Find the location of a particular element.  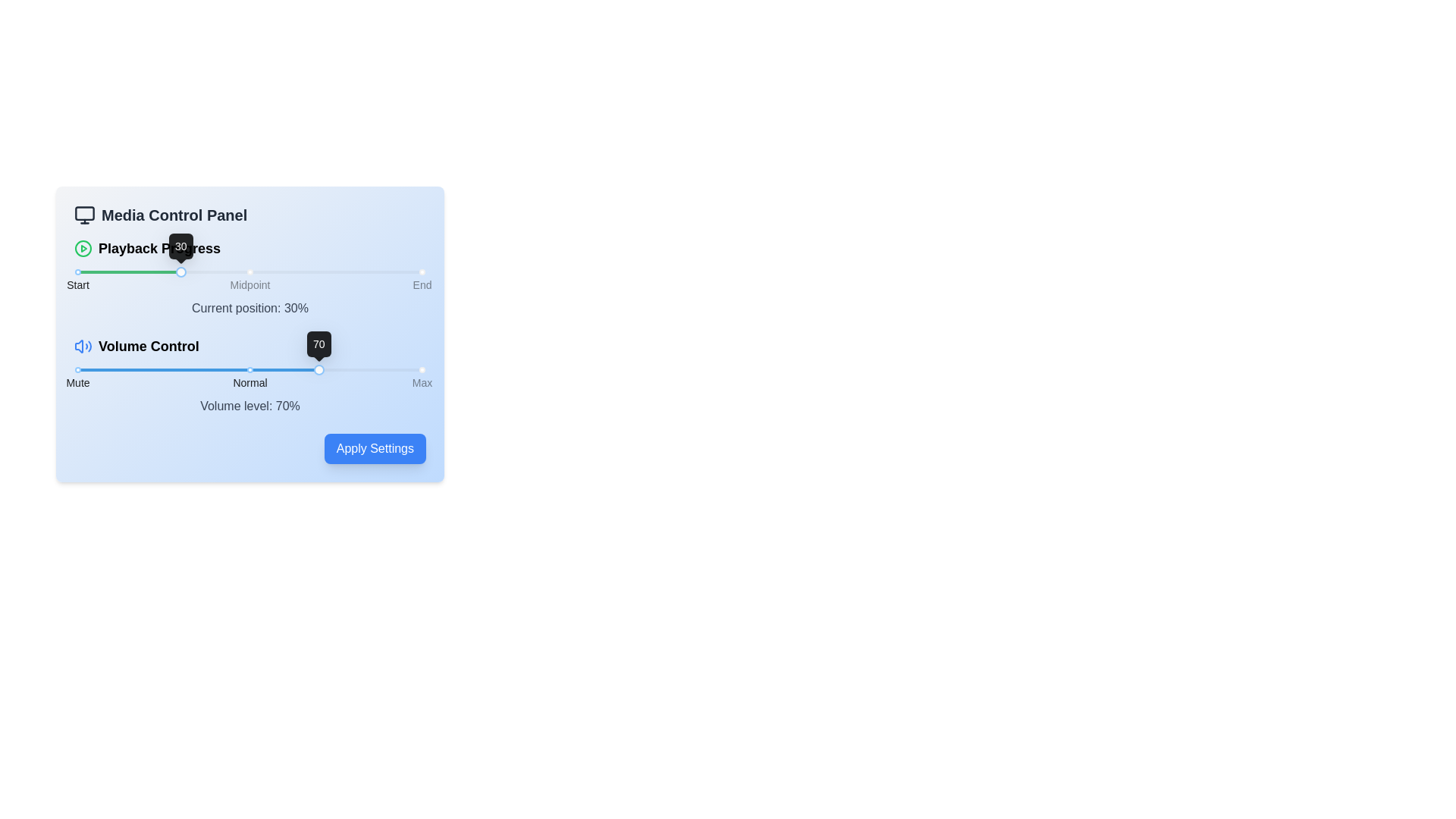

the slider is located at coordinates (370, 370).